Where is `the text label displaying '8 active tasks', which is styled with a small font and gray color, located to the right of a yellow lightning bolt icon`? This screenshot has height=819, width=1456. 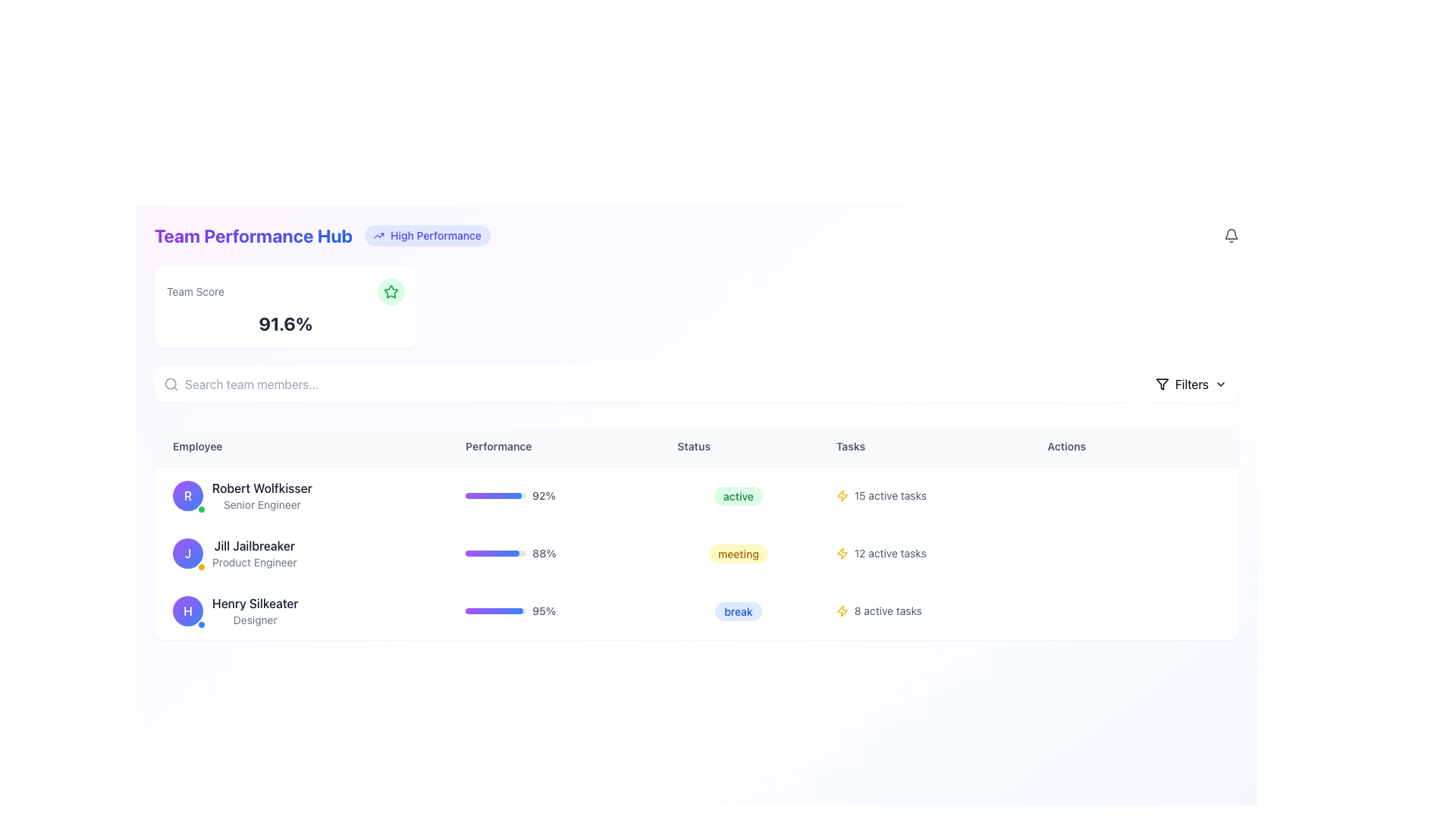 the text label displaying '8 active tasks', which is styled with a small font and gray color, located to the right of a yellow lightning bolt icon is located at coordinates (888, 610).